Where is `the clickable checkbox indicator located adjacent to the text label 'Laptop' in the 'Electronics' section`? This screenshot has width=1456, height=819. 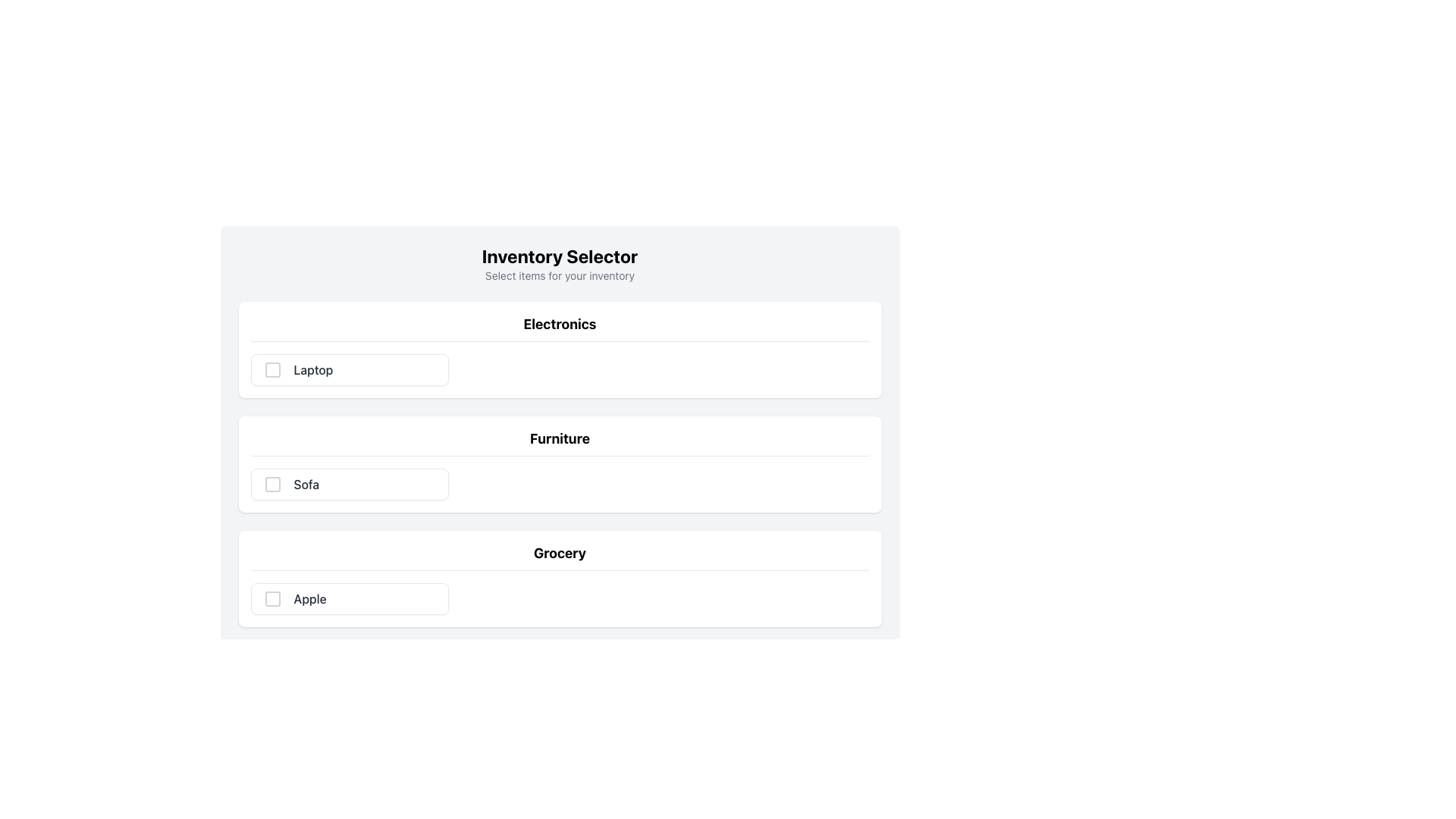
the clickable checkbox indicator located adjacent to the text label 'Laptop' in the 'Electronics' section is located at coordinates (272, 370).